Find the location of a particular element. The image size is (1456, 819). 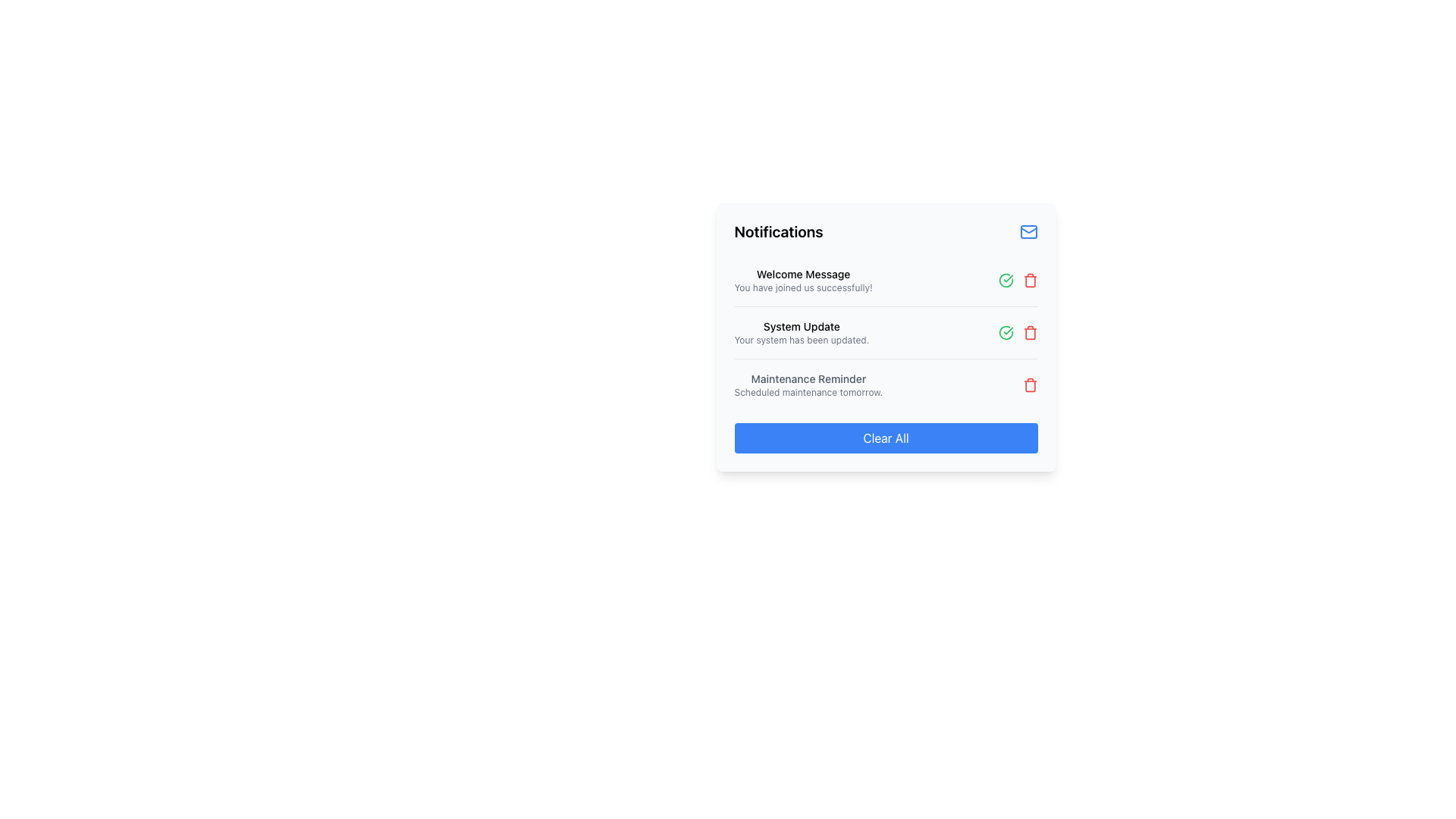

announcement from the 'Maintenance Reminder' notification card, which contains the title in bold and the message about scheduled maintenance is located at coordinates (886, 384).